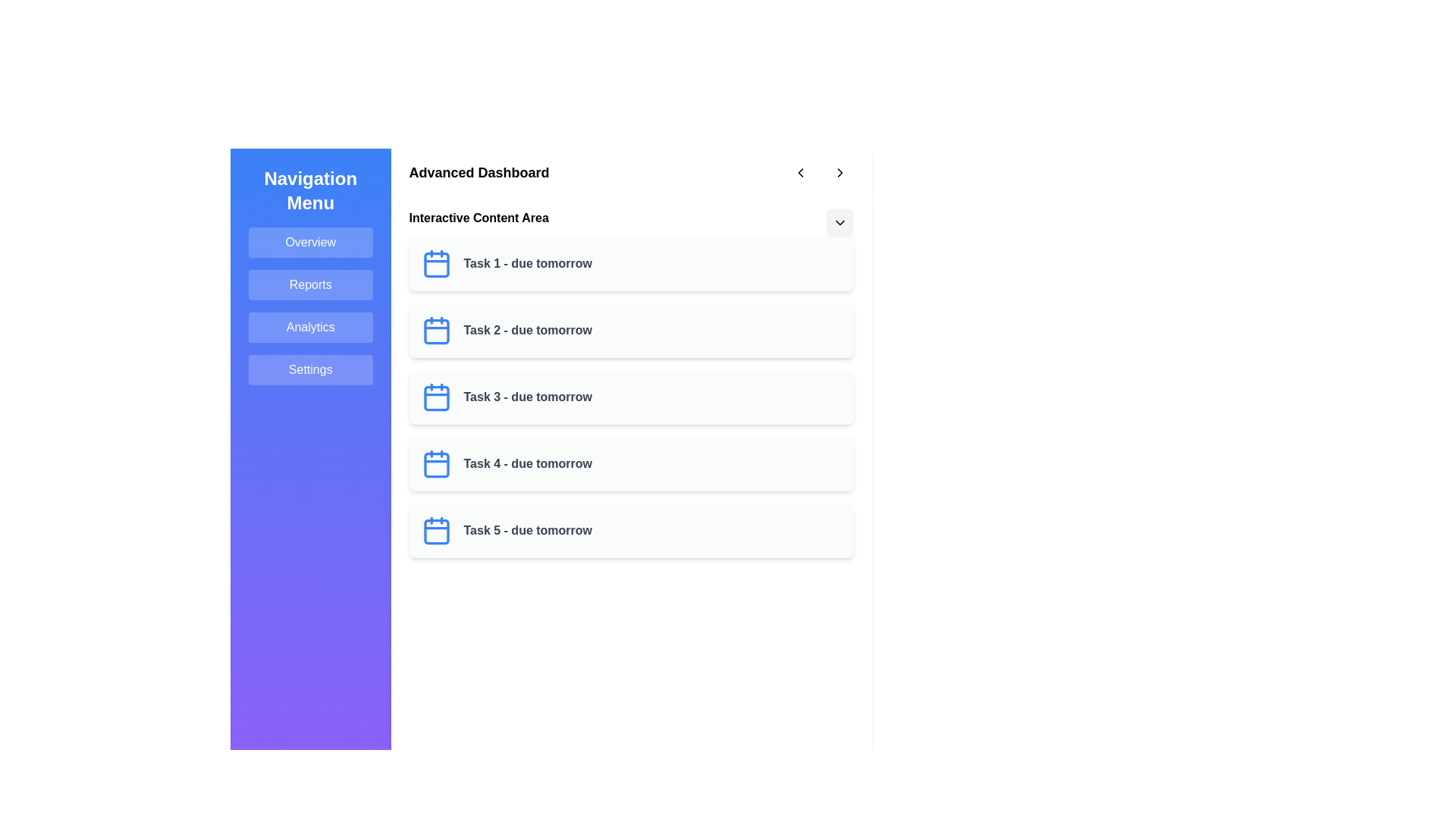 The width and height of the screenshot is (1456, 819). I want to click on the calendar icon located to the left of the text 'Task 5 - due tomorrow' in the fifth card of the vertical list on the right-side panel, so click(435, 529).